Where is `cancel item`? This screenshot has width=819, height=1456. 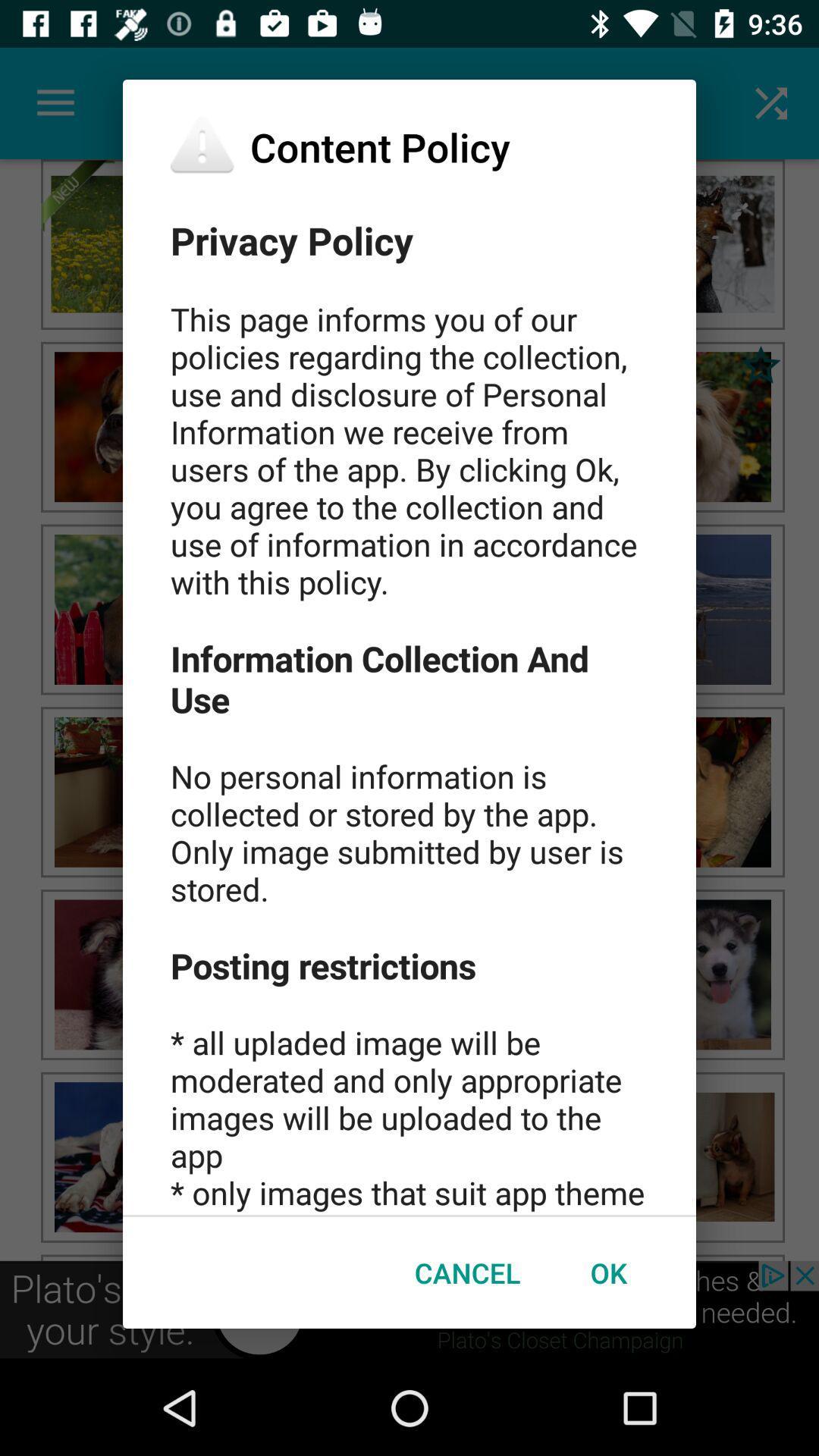 cancel item is located at coordinates (466, 1272).